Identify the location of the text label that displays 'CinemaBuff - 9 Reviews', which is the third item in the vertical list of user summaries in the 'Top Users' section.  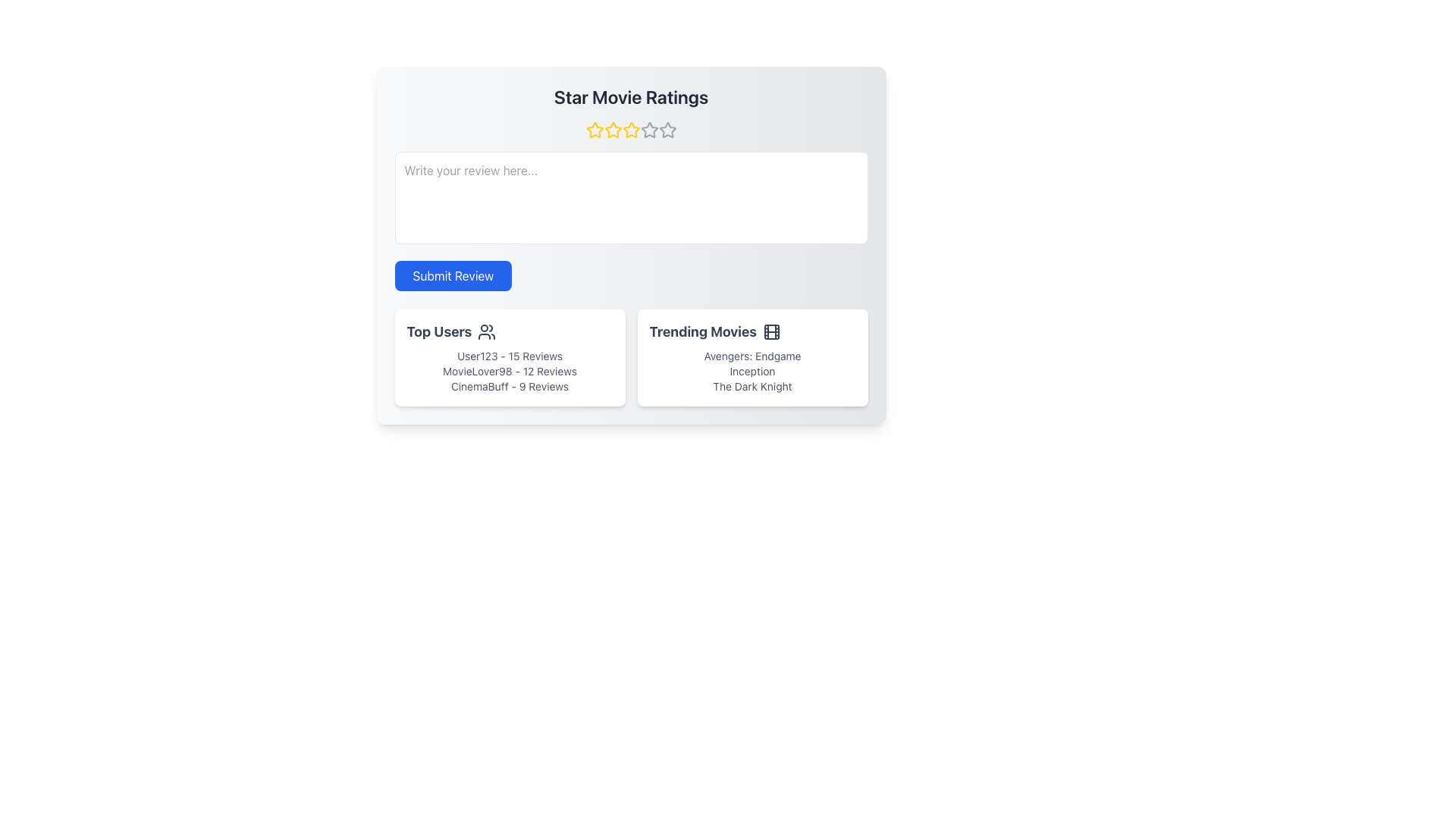
(510, 385).